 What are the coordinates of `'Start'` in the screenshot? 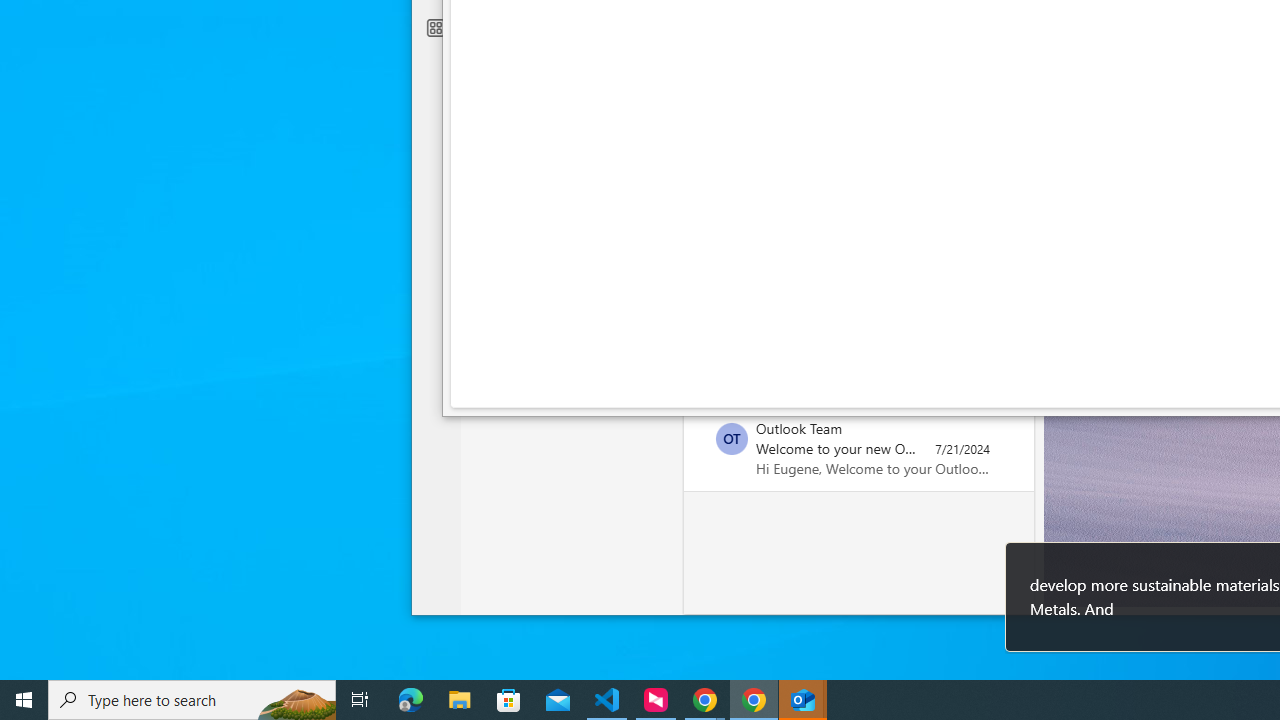 It's located at (24, 698).